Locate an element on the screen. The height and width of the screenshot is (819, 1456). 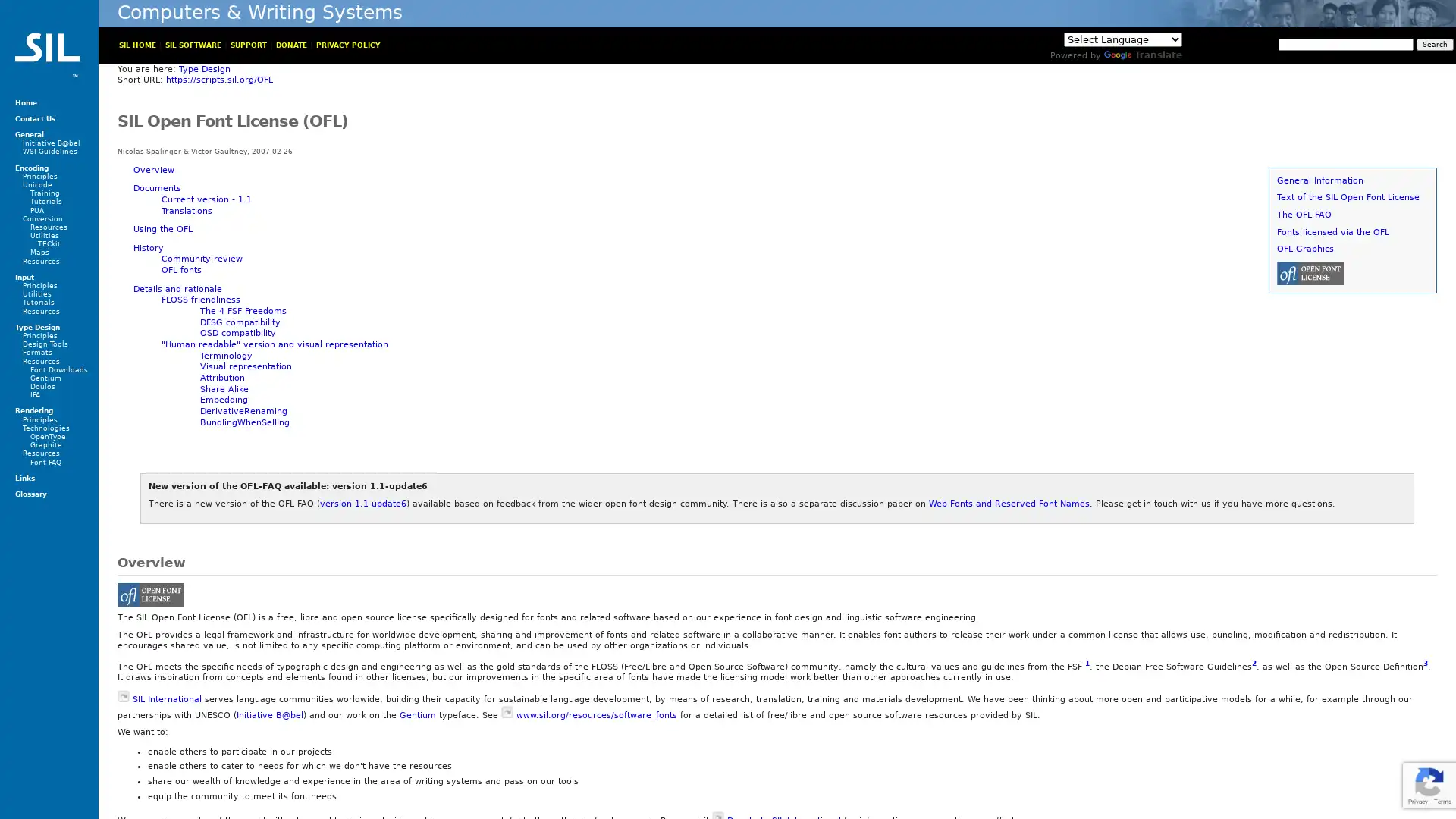
Search is located at coordinates (1434, 43).